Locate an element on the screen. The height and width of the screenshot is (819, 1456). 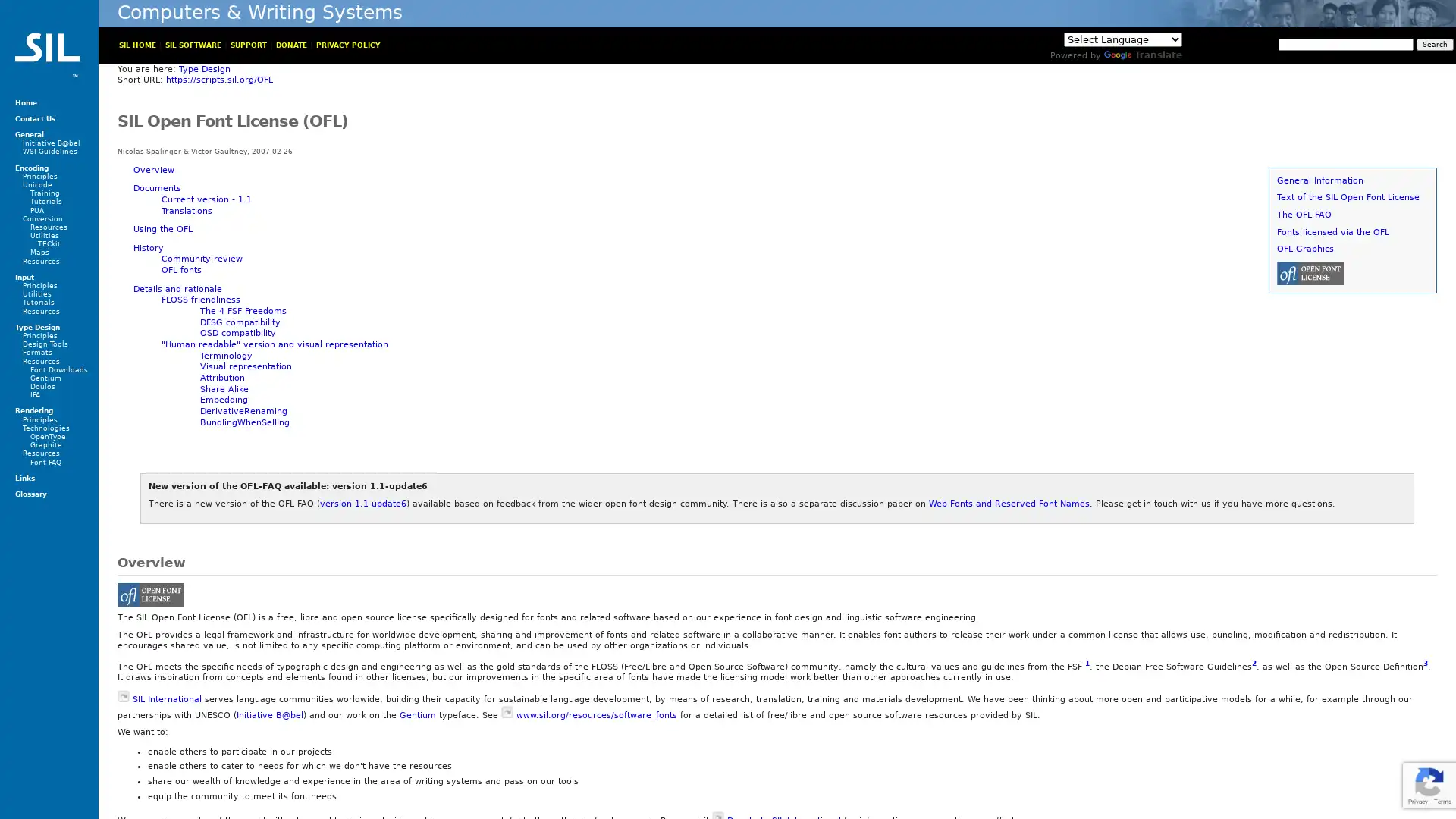
Search is located at coordinates (1434, 43).